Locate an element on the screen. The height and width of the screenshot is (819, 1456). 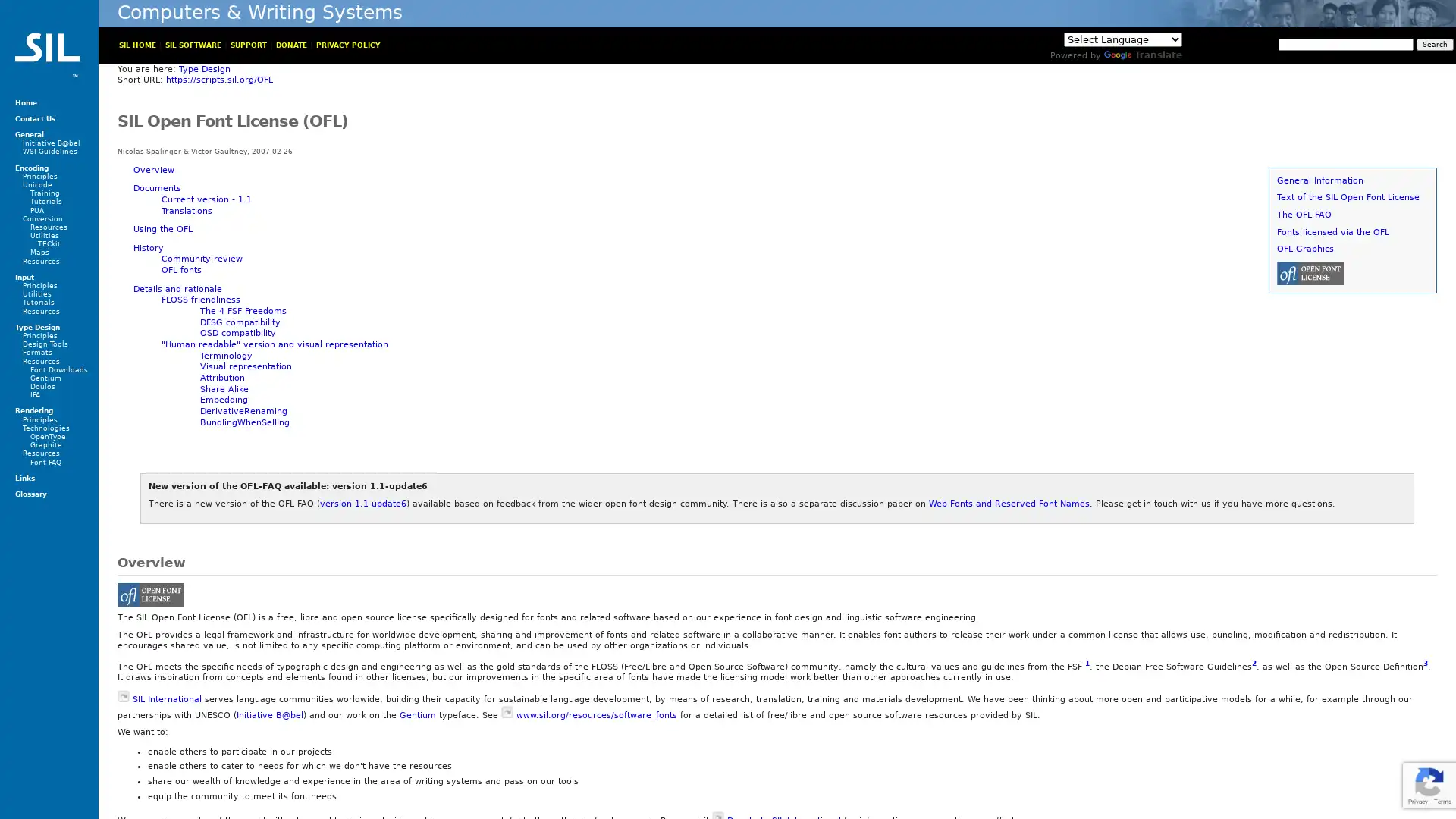
Search is located at coordinates (1434, 43).